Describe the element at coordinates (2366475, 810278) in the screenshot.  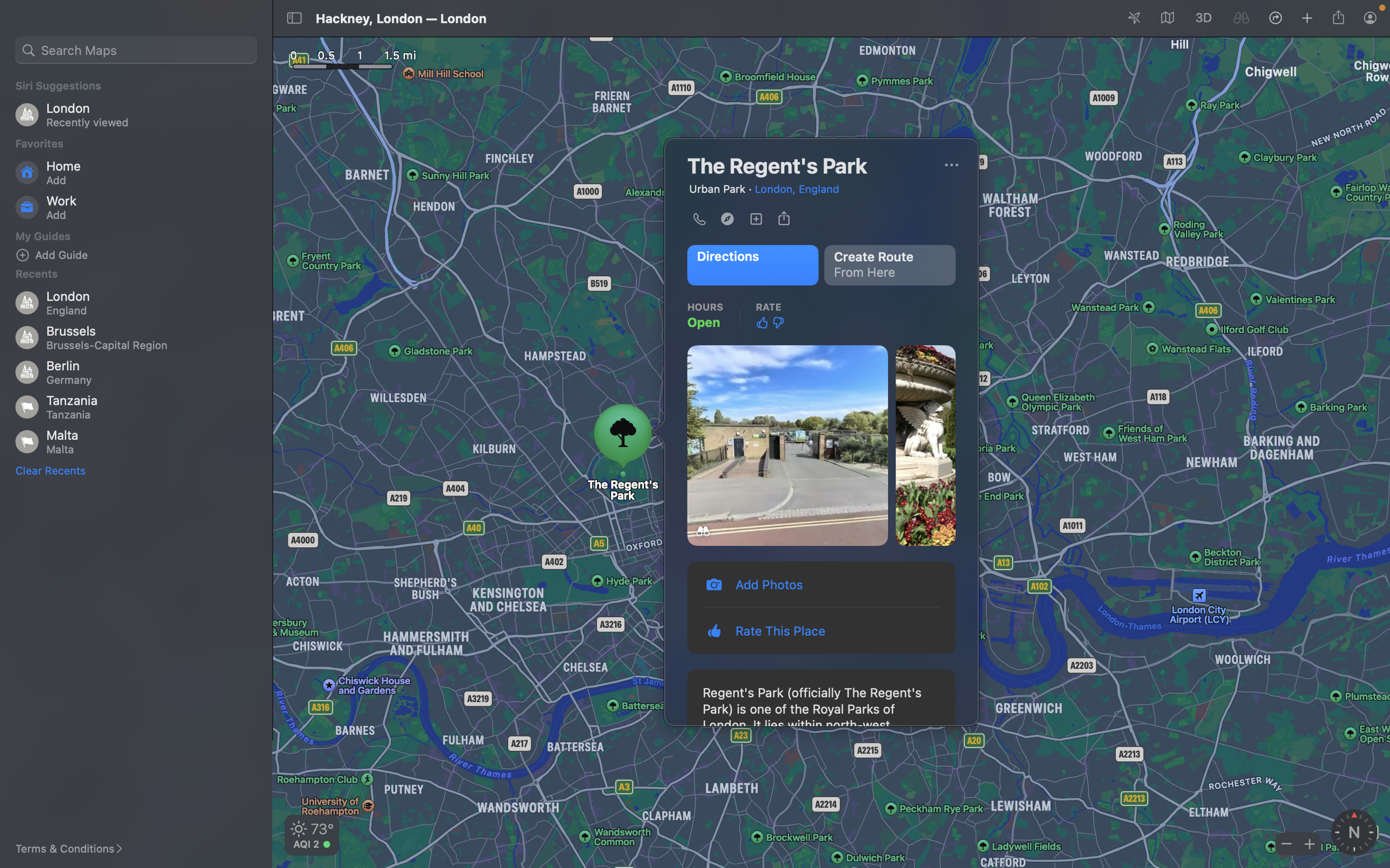
I see `Navigate and read the details of Hyde Park` at that location.